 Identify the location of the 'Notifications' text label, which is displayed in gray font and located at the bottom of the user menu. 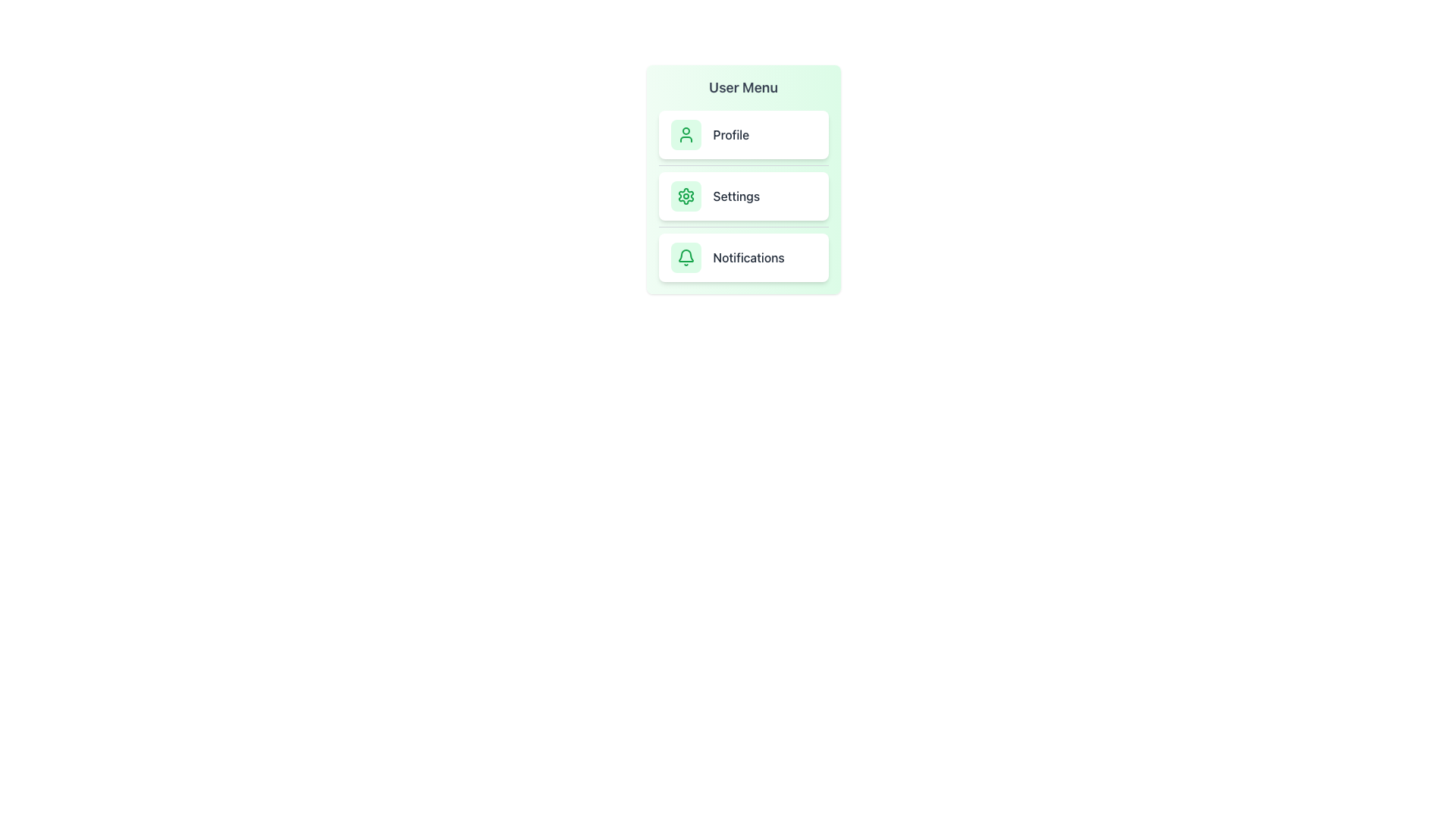
(748, 256).